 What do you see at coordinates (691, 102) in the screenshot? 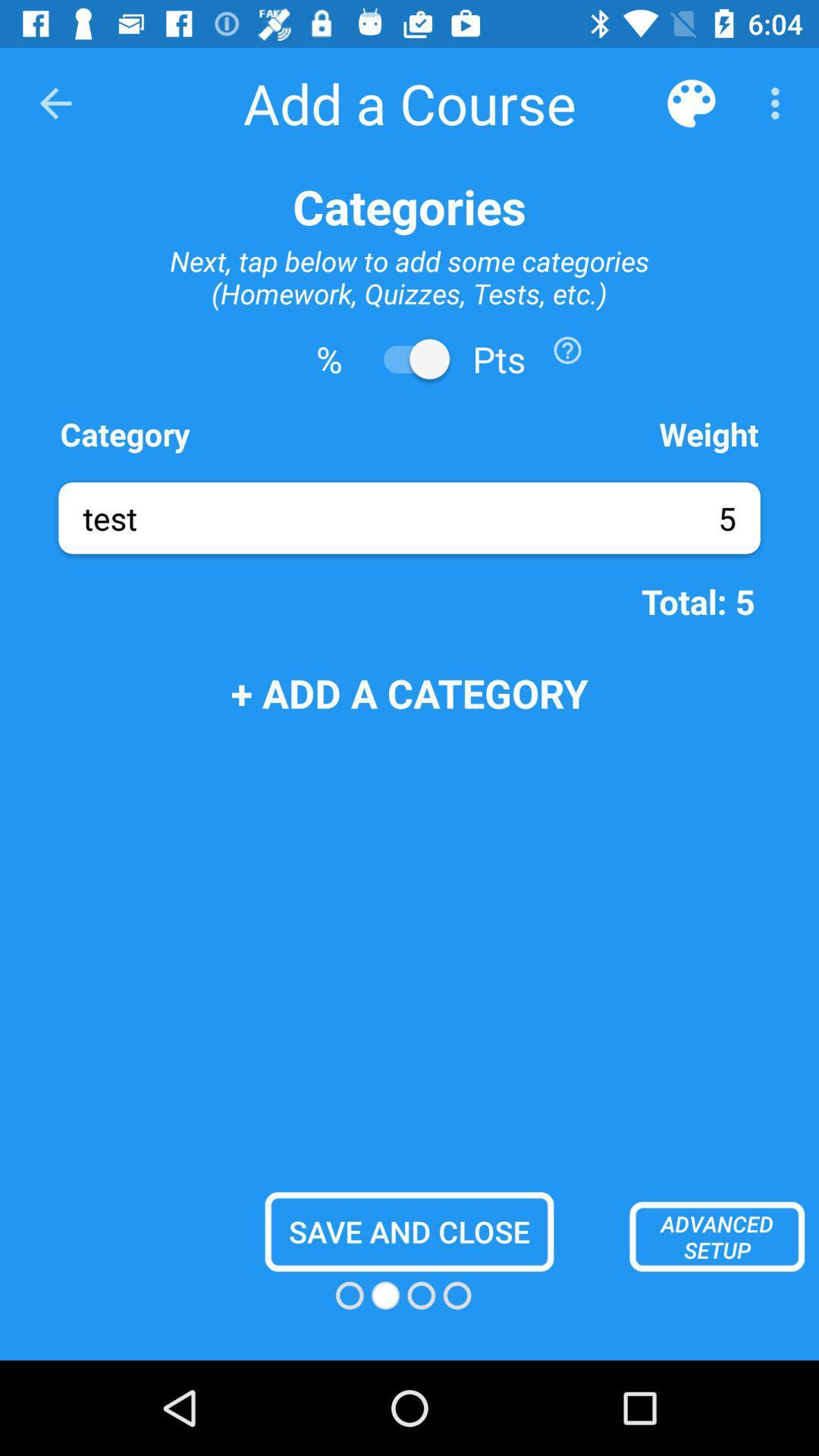
I see `the item above categories item` at bounding box center [691, 102].